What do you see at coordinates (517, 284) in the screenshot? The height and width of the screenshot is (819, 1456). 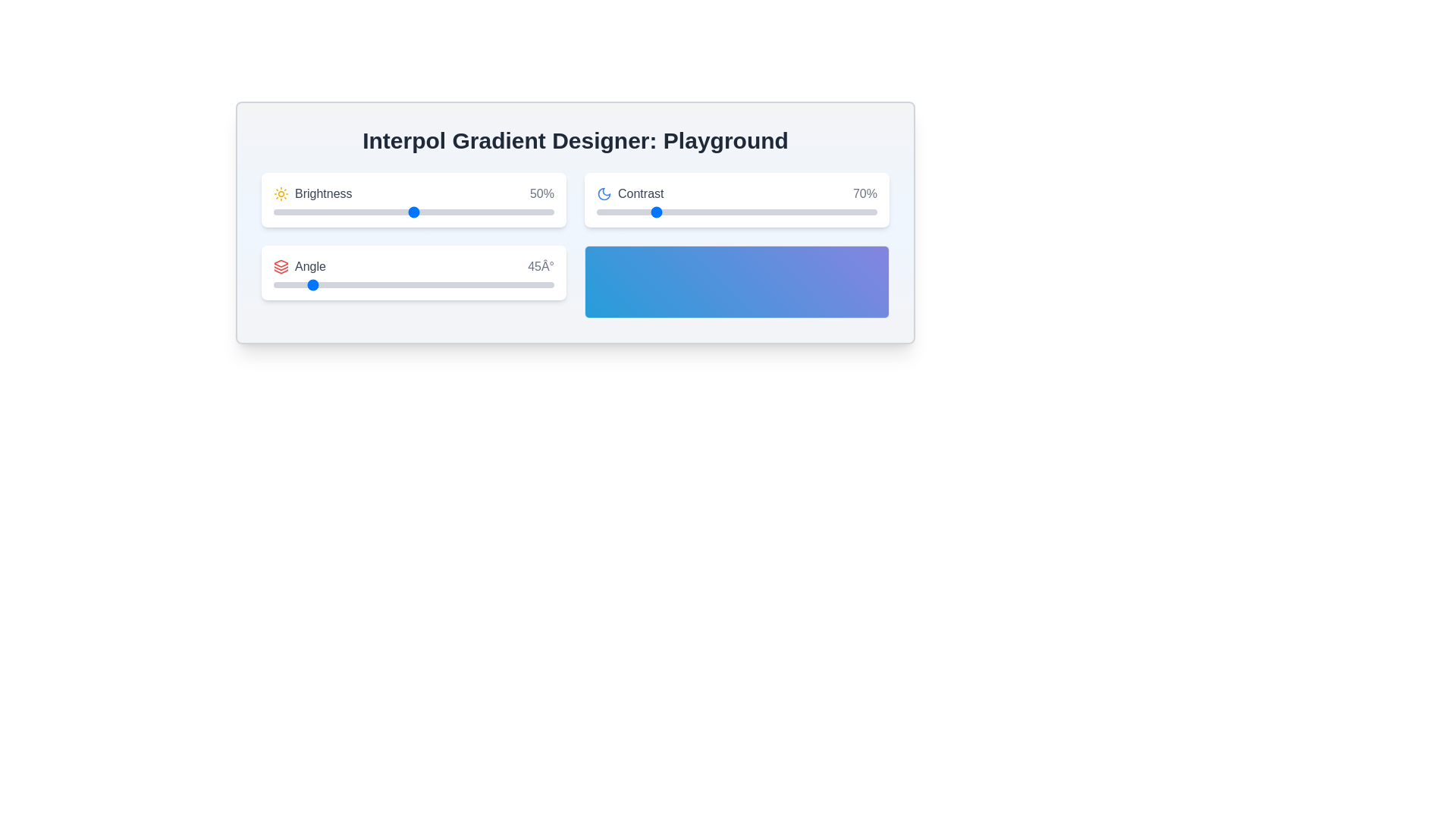 I see `the angle` at bounding box center [517, 284].